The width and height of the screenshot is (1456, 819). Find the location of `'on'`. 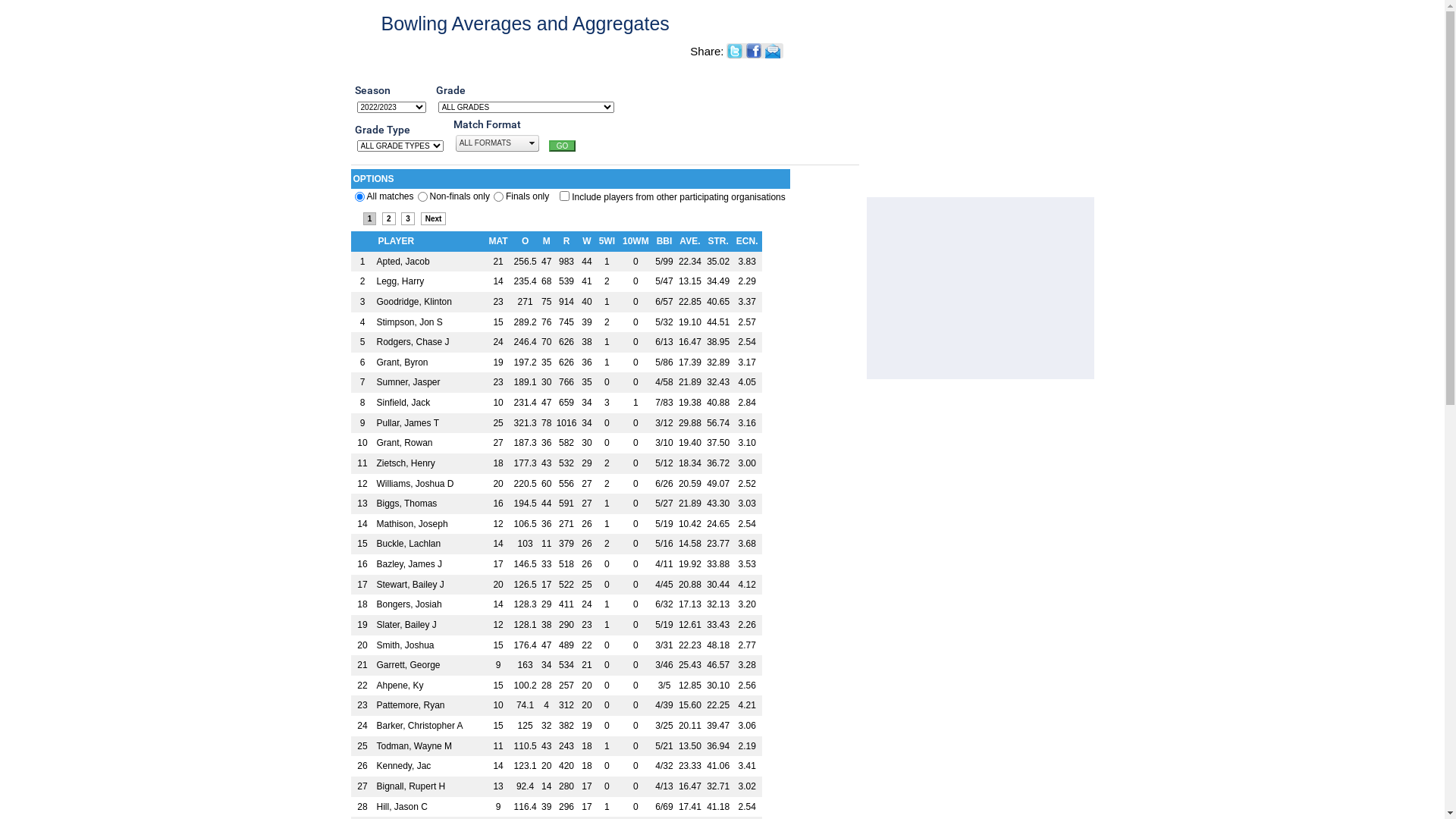

'on' is located at coordinates (563, 195).